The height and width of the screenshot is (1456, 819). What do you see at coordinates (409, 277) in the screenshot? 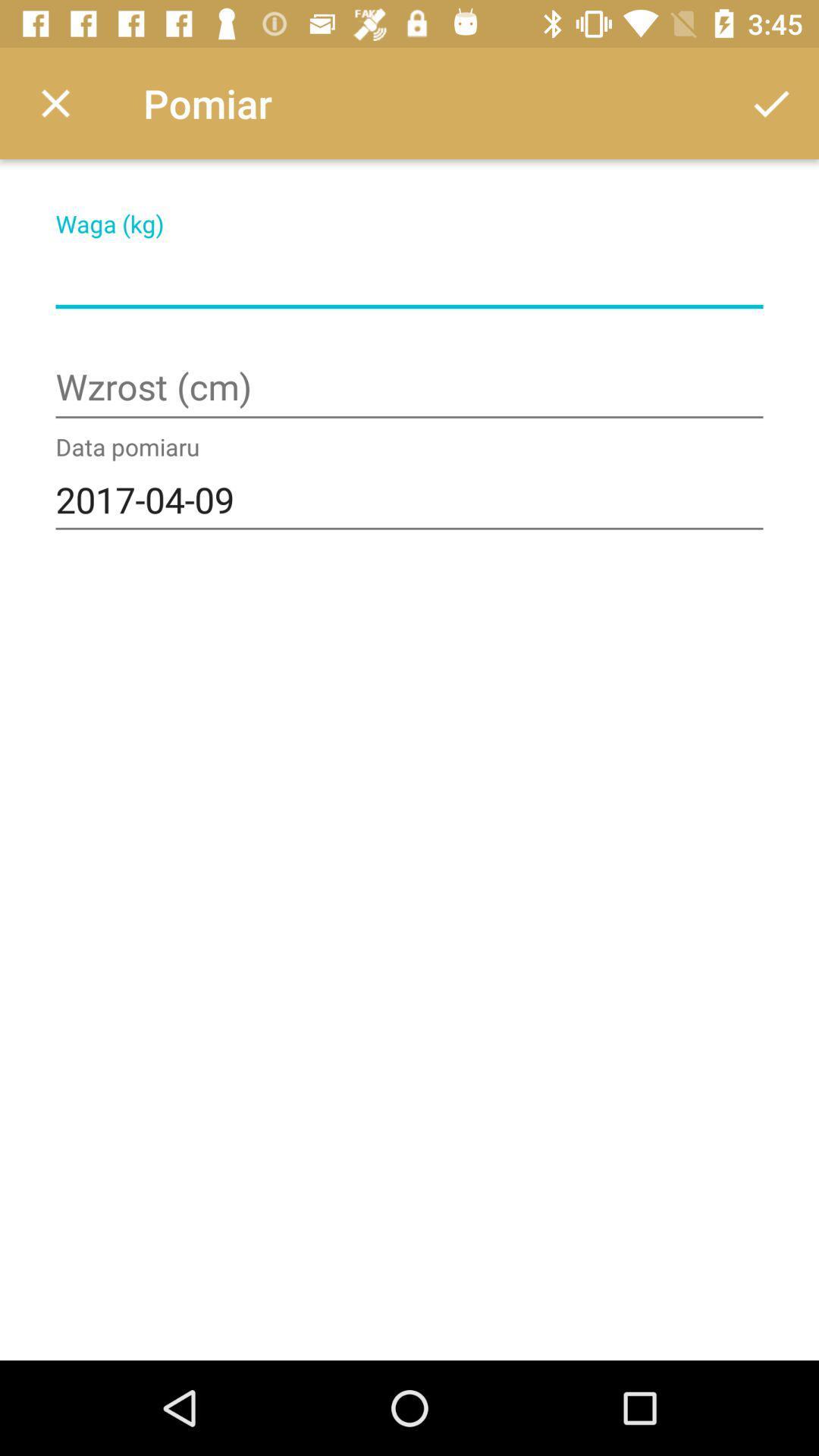
I see `weight field` at bounding box center [409, 277].